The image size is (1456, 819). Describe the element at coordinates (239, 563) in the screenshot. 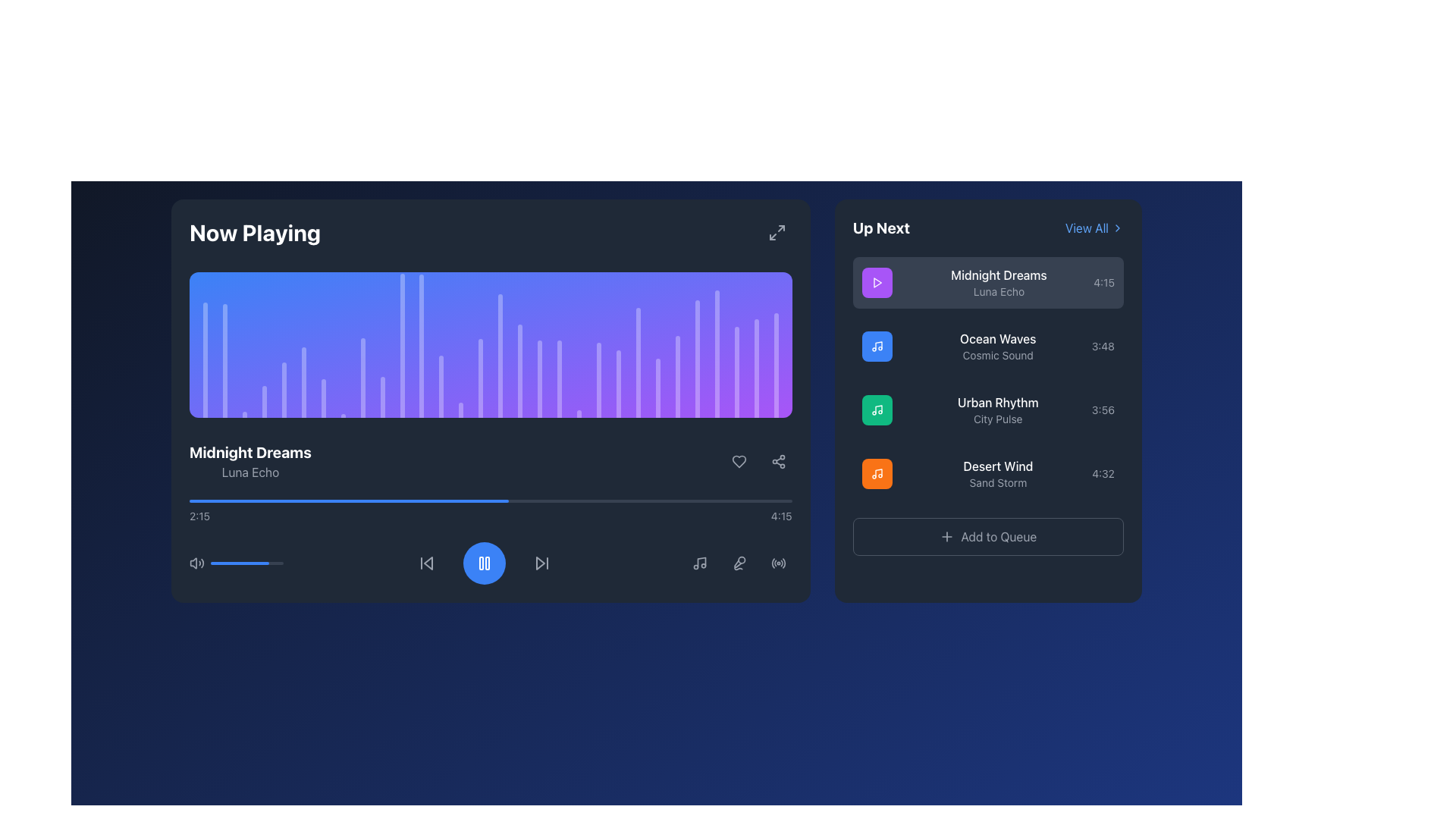

I see `the slider` at that location.